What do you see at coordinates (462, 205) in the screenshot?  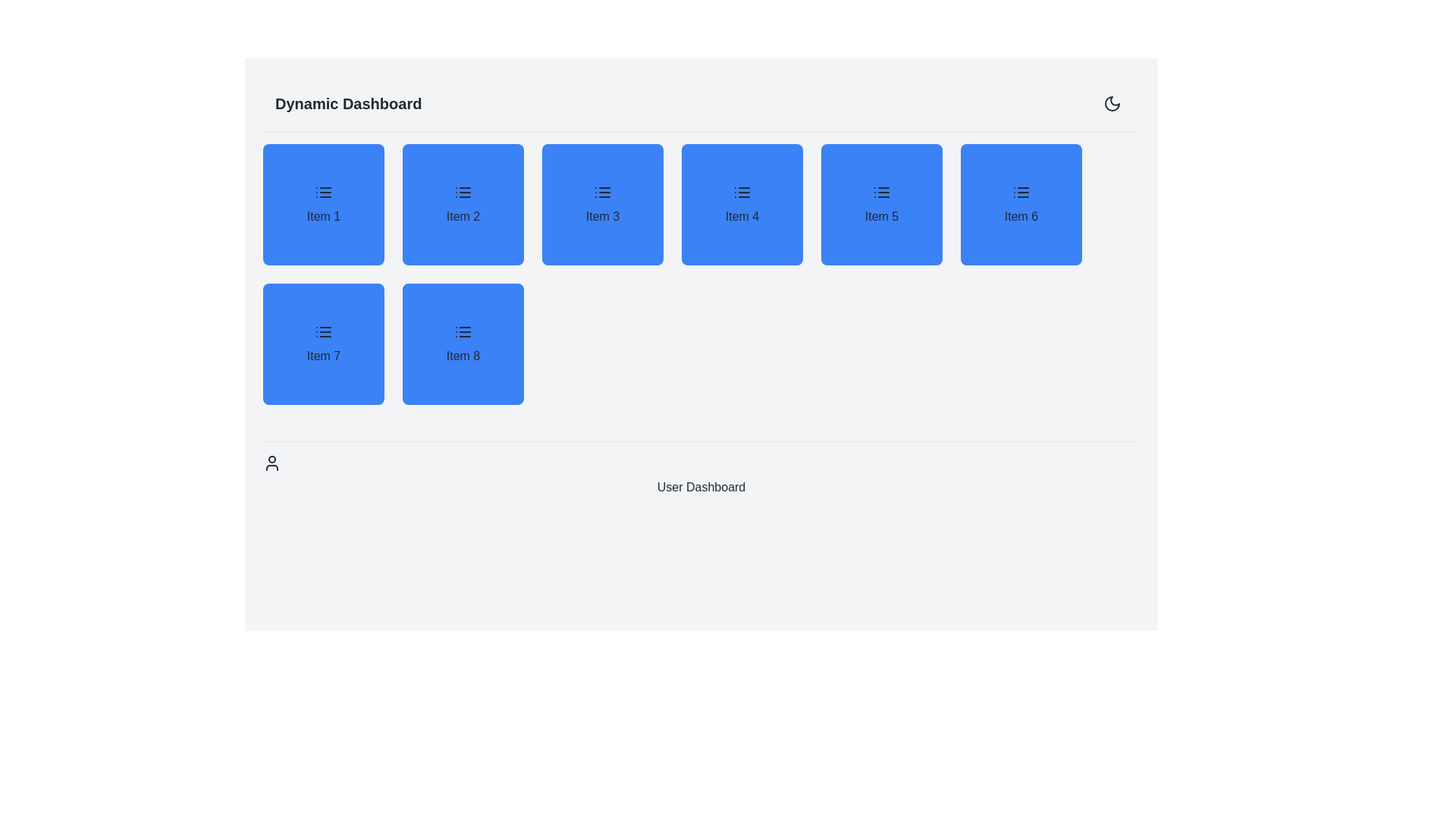 I see `the square clickable block representing 'Item 2', which is located in the grid layout as the second item in the first row, between 'Item 1' and 'Item 3'` at bounding box center [462, 205].